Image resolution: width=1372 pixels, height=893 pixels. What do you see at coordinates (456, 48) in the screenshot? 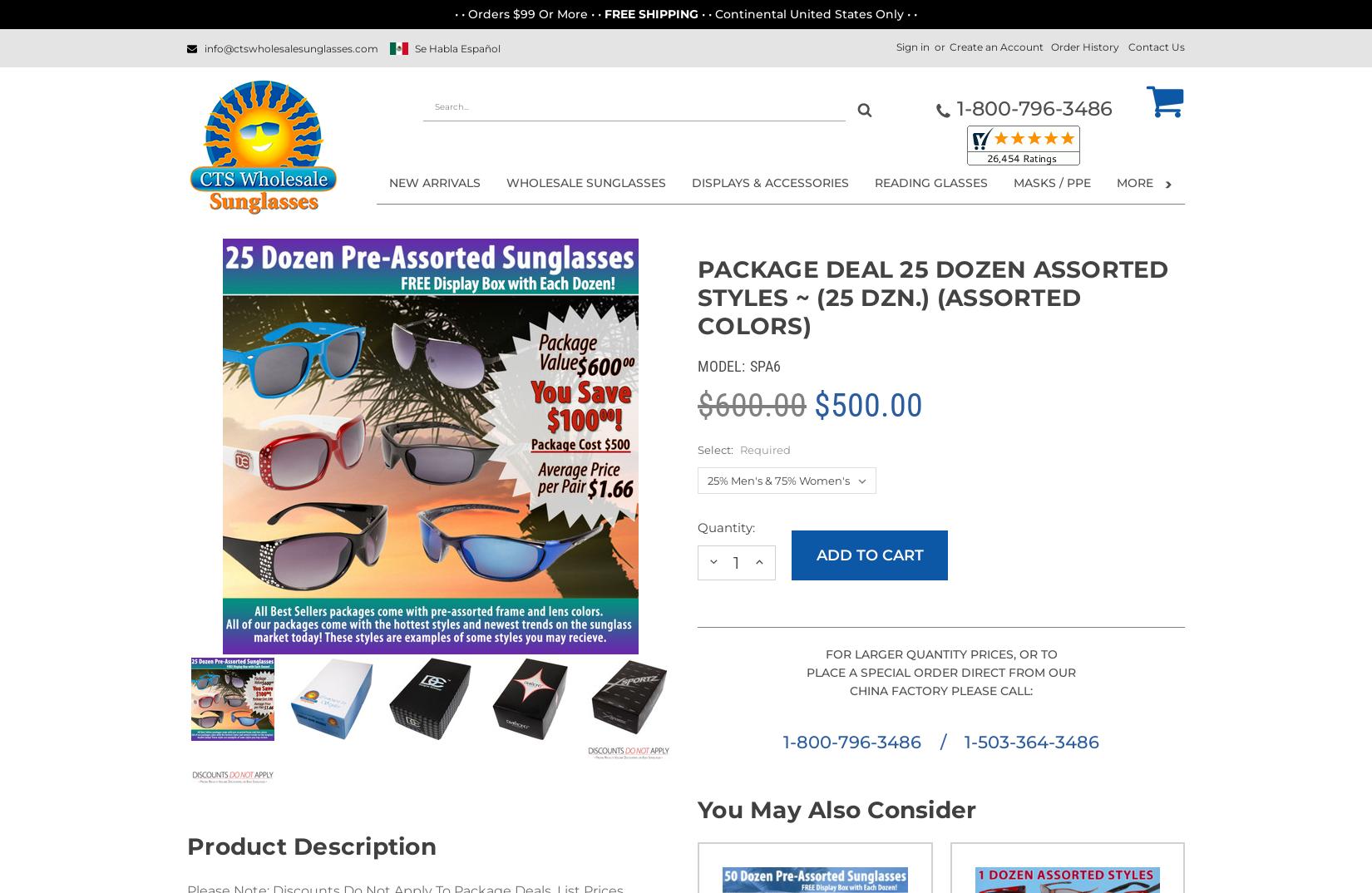
I see `'Se Habla Español'` at bounding box center [456, 48].